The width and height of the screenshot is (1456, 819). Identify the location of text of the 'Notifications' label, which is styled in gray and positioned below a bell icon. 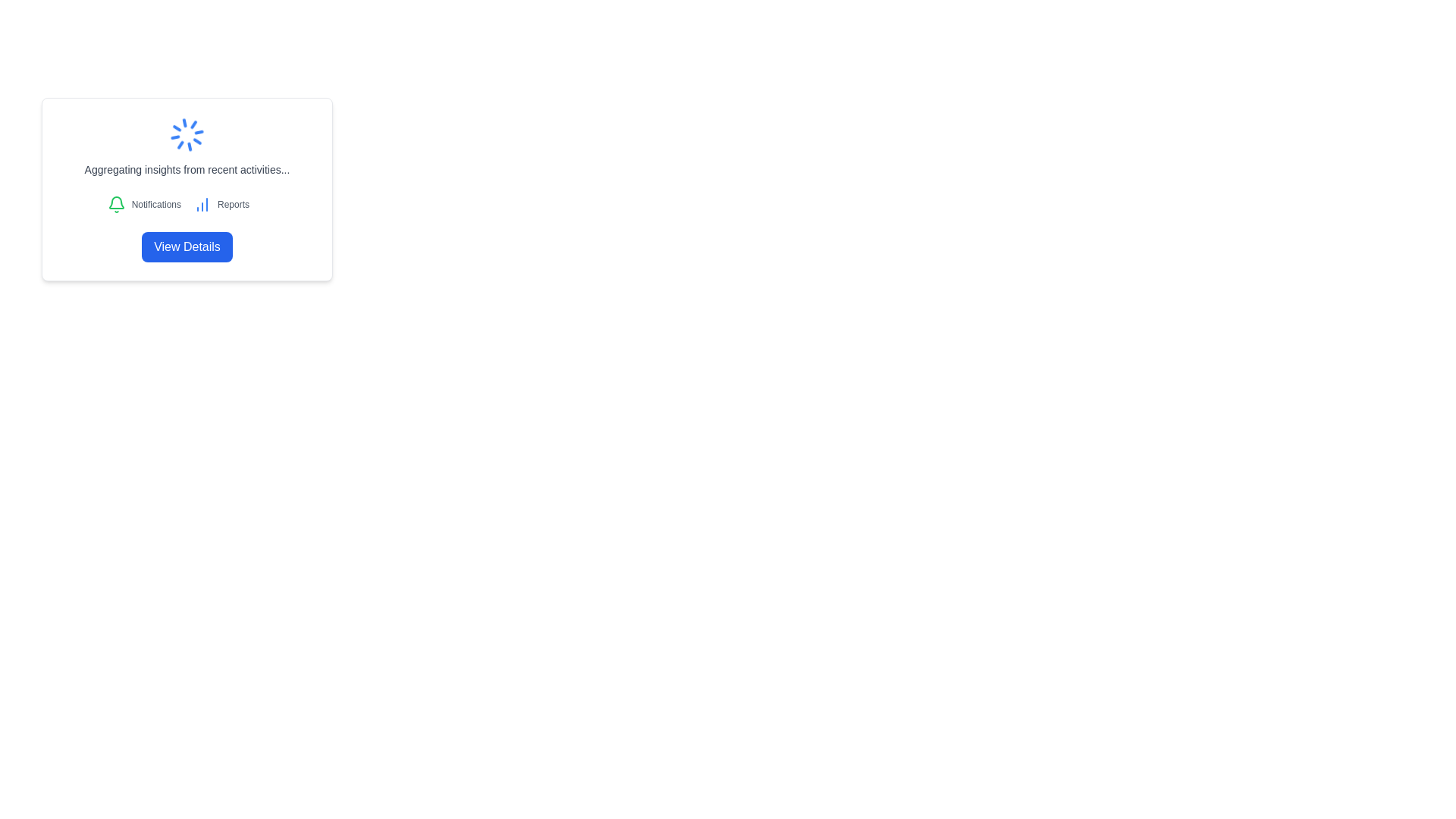
(156, 205).